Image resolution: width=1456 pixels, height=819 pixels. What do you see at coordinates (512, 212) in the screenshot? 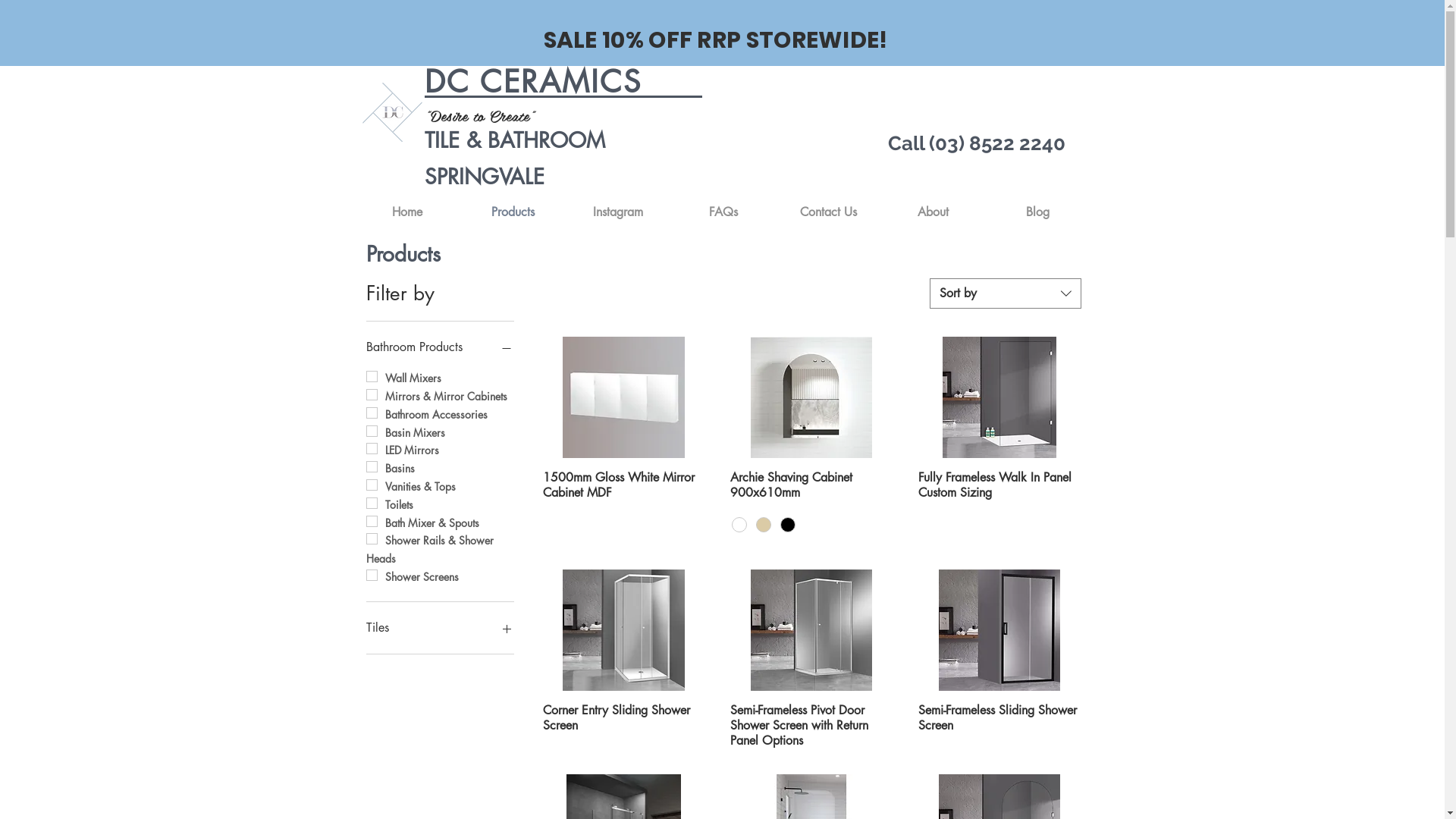
I see `'Products'` at bounding box center [512, 212].